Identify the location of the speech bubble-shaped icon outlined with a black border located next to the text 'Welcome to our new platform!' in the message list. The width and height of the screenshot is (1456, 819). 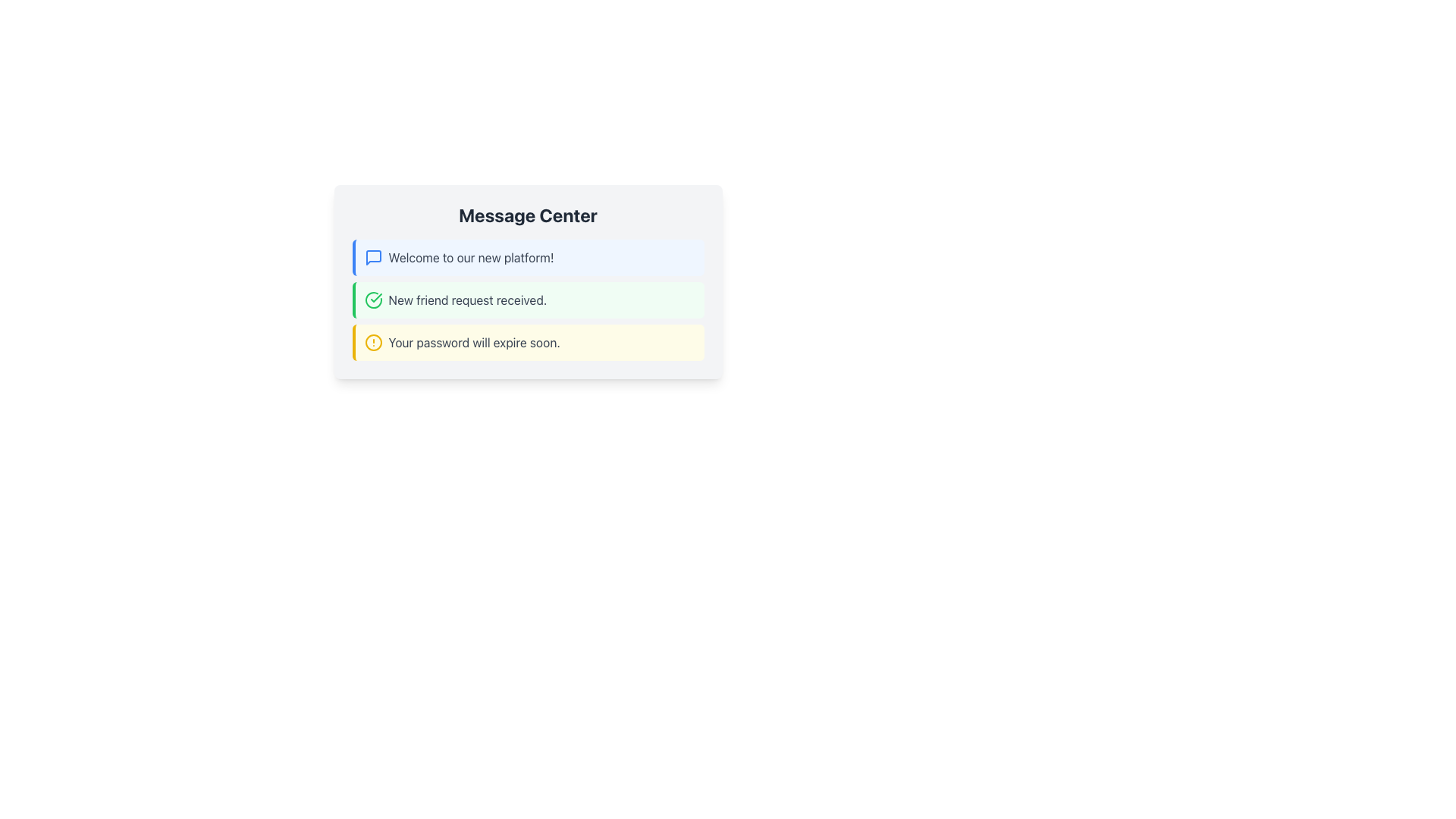
(373, 256).